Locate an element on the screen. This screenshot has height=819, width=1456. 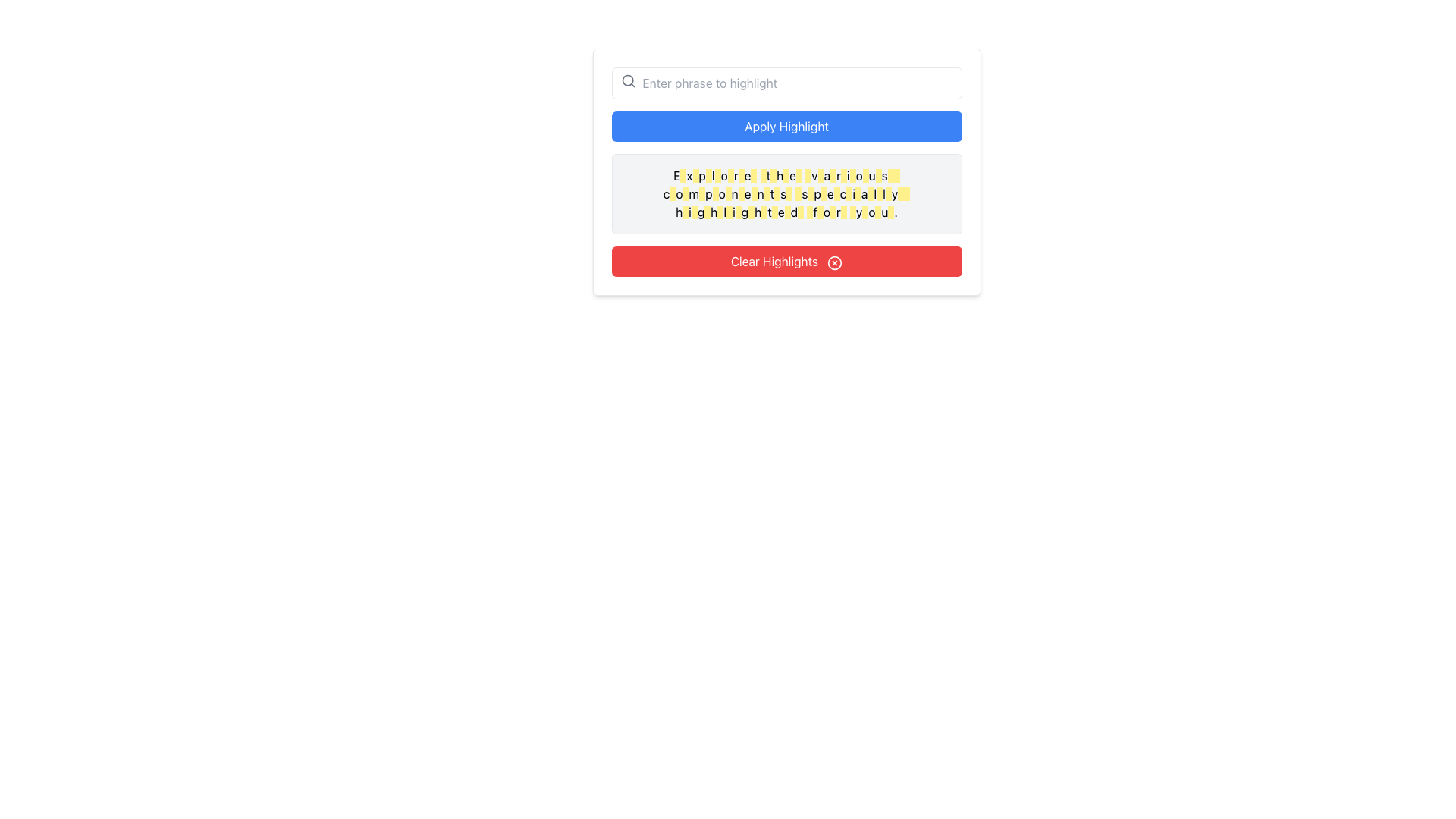
the fifth yellow-highlighted marker within the text box to interact with the surrounding text area is located at coordinates (730, 174).